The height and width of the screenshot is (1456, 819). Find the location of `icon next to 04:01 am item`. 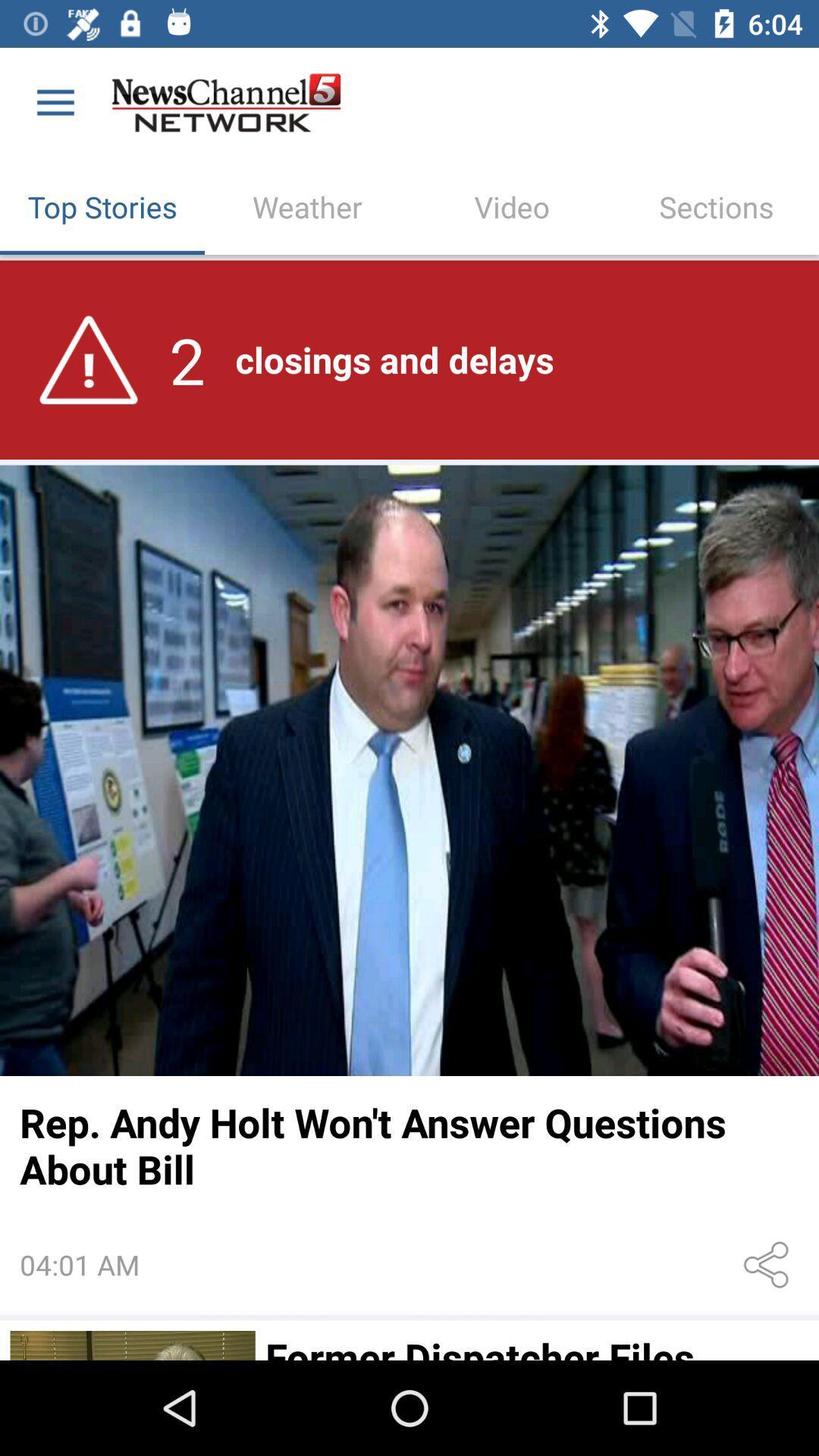

icon next to 04:01 am item is located at coordinates (769, 1265).